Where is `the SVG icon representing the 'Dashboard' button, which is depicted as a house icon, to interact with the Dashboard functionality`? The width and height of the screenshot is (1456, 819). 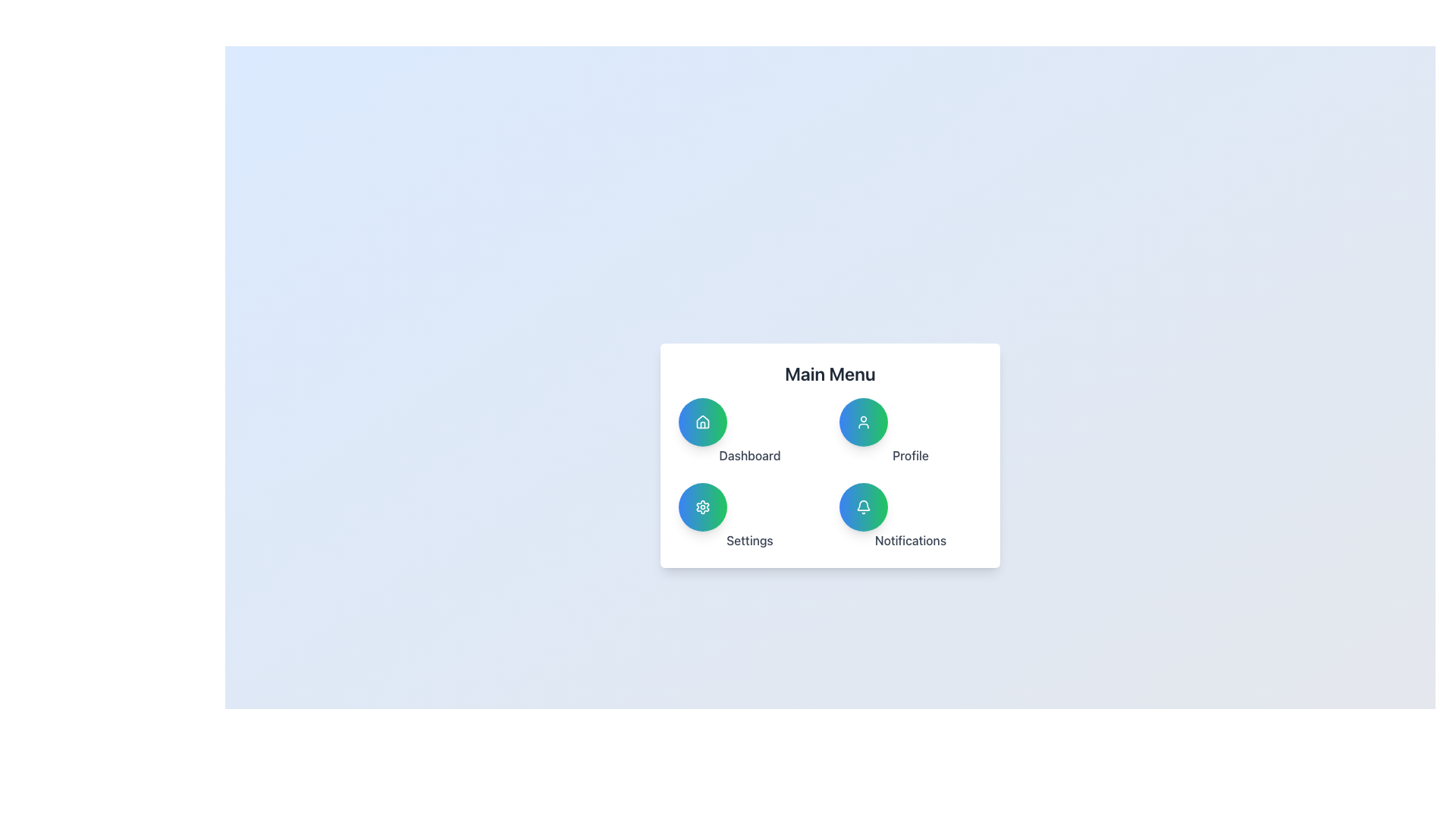 the SVG icon representing the 'Dashboard' button, which is depicted as a house icon, to interact with the Dashboard functionality is located at coordinates (701, 421).